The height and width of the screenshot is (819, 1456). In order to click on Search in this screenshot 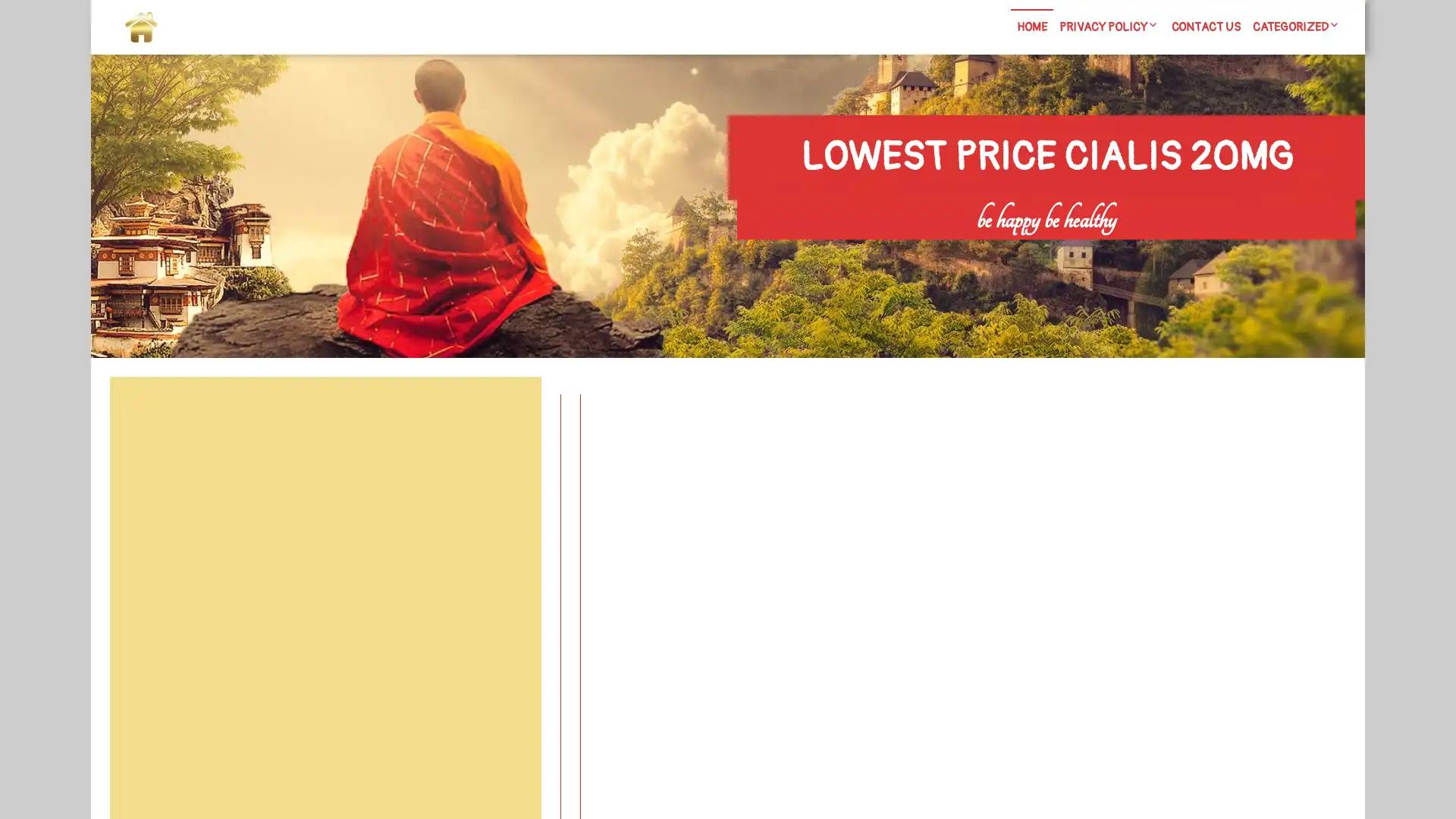, I will do `click(506, 413)`.